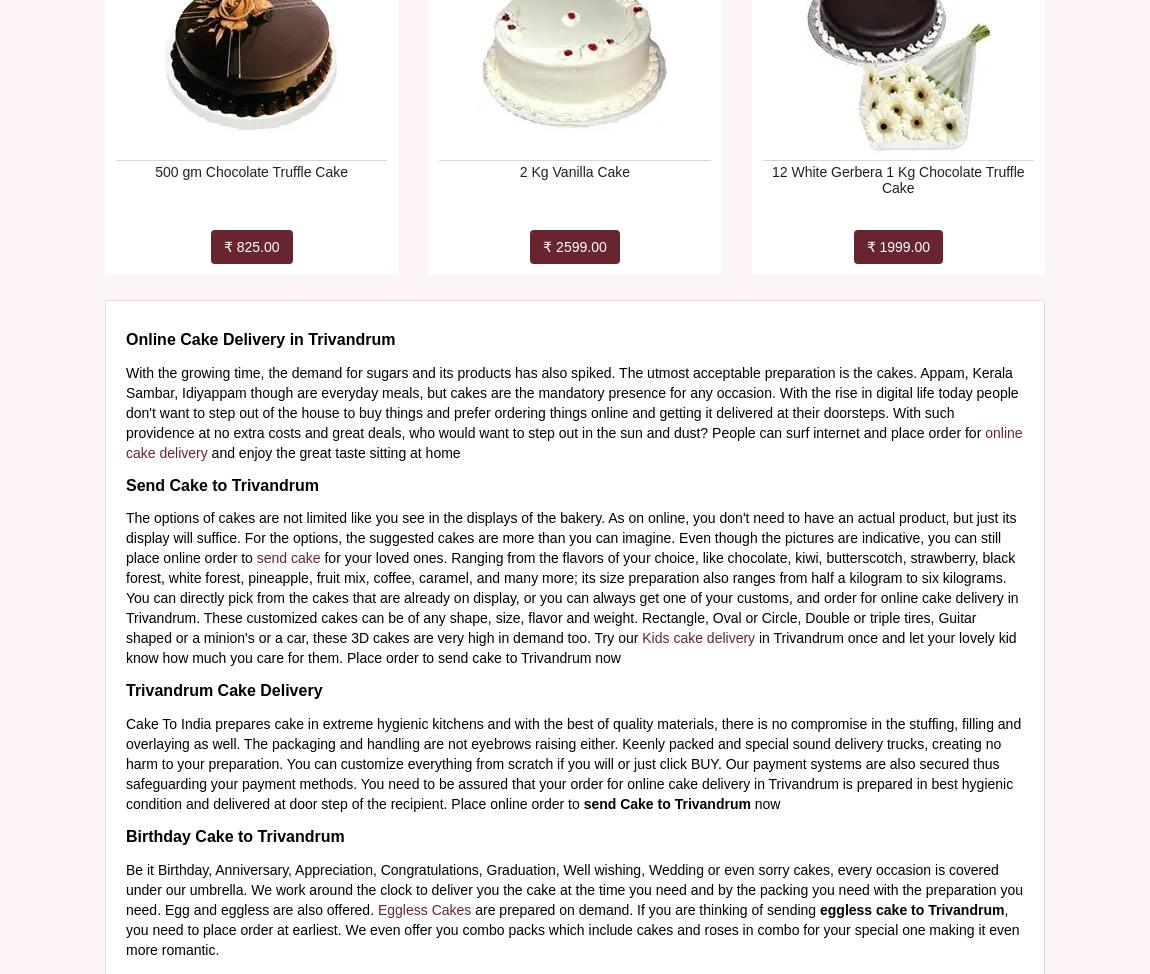  I want to click on 'Eggless Cakes', so click(424, 908).